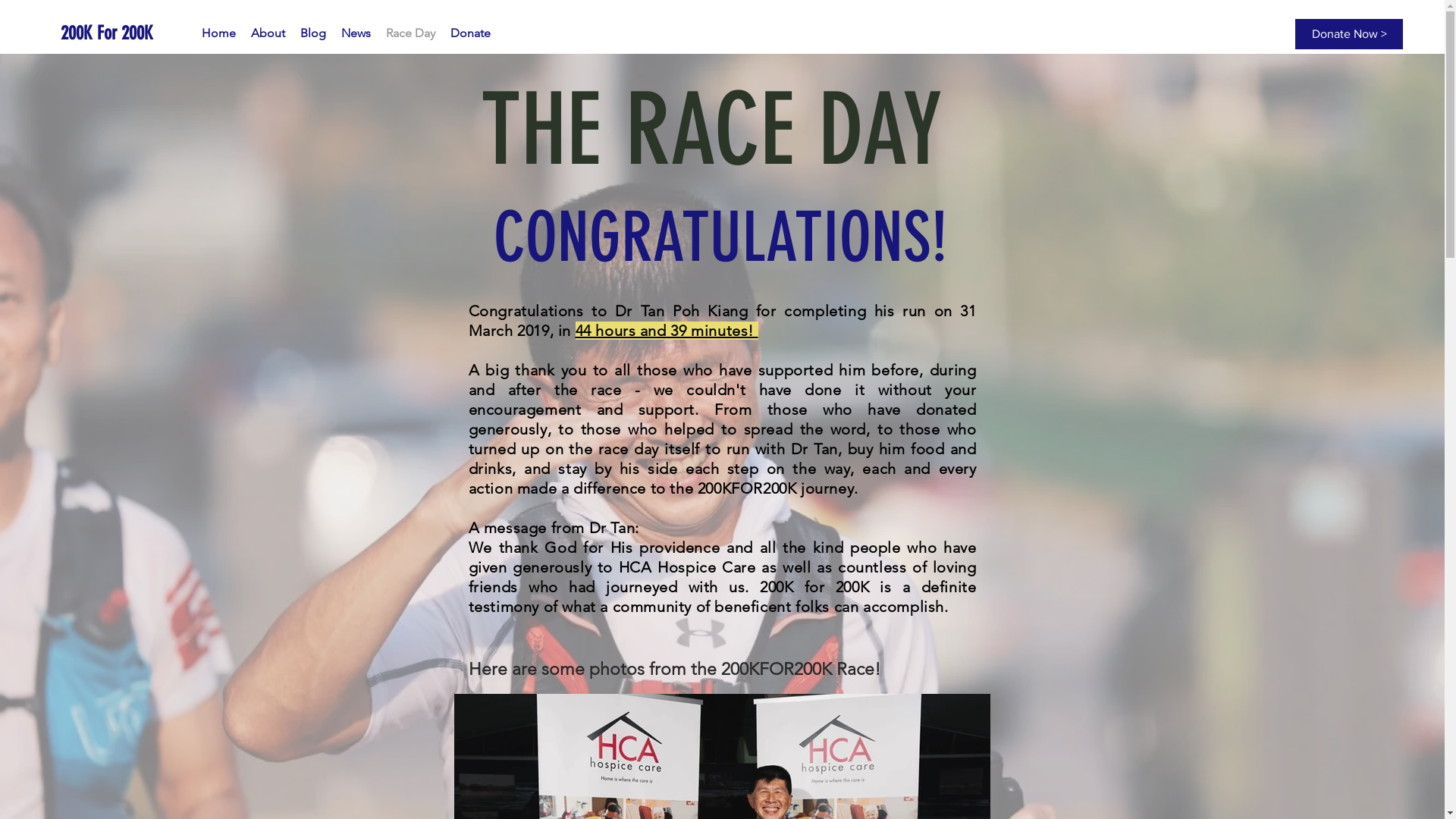 This screenshot has height=819, width=1456. What do you see at coordinates (61, 33) in the screenshot?
I see `'200K For 200K'` at bounding box center [61, 33].